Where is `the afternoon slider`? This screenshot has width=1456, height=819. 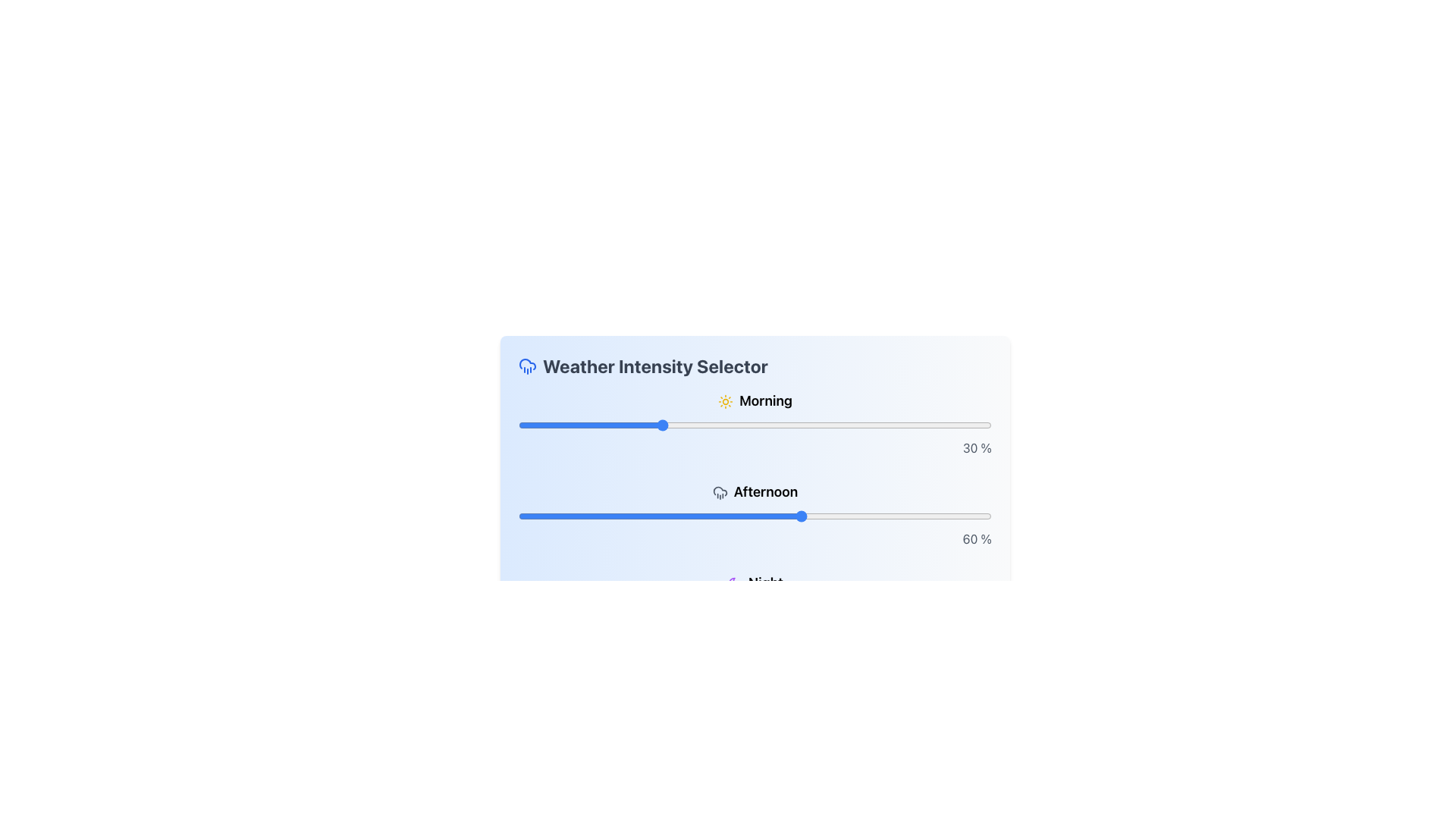 the afternoon slider is located at coordinates (878, 516).